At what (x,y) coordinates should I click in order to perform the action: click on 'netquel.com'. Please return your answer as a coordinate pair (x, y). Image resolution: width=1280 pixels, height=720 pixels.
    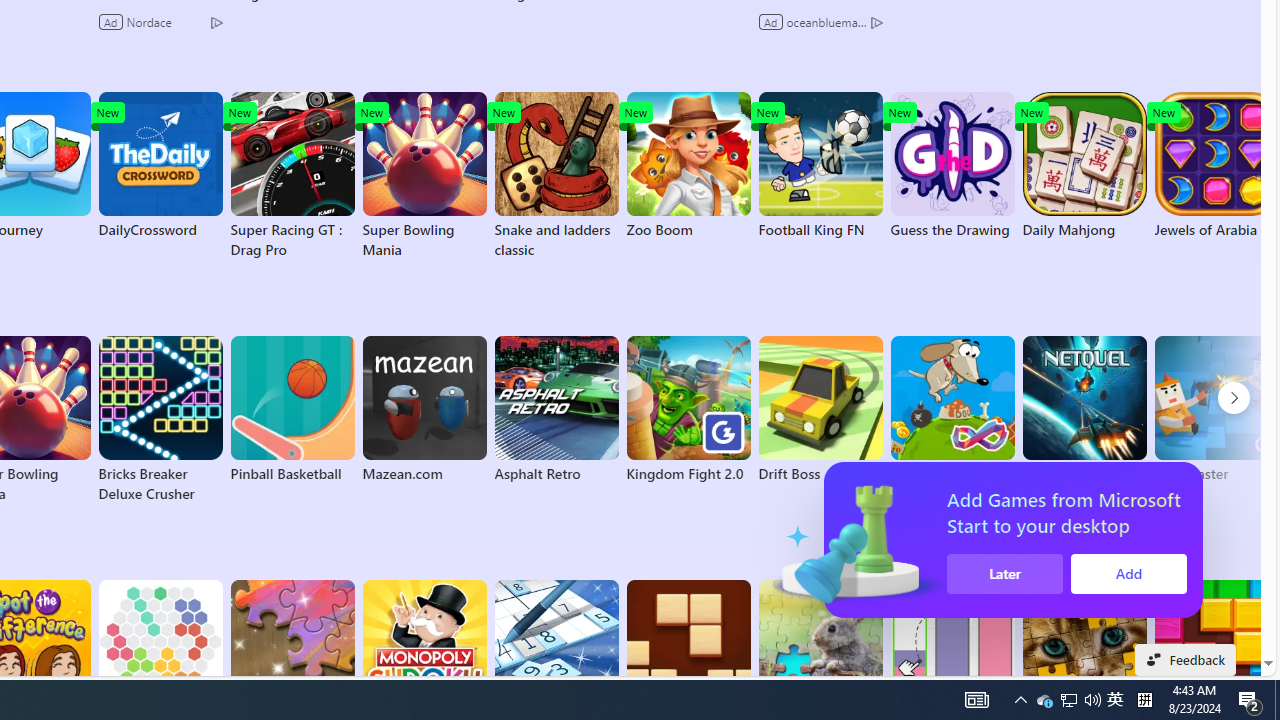
    Looking at the image, I should click on (1083, 409).